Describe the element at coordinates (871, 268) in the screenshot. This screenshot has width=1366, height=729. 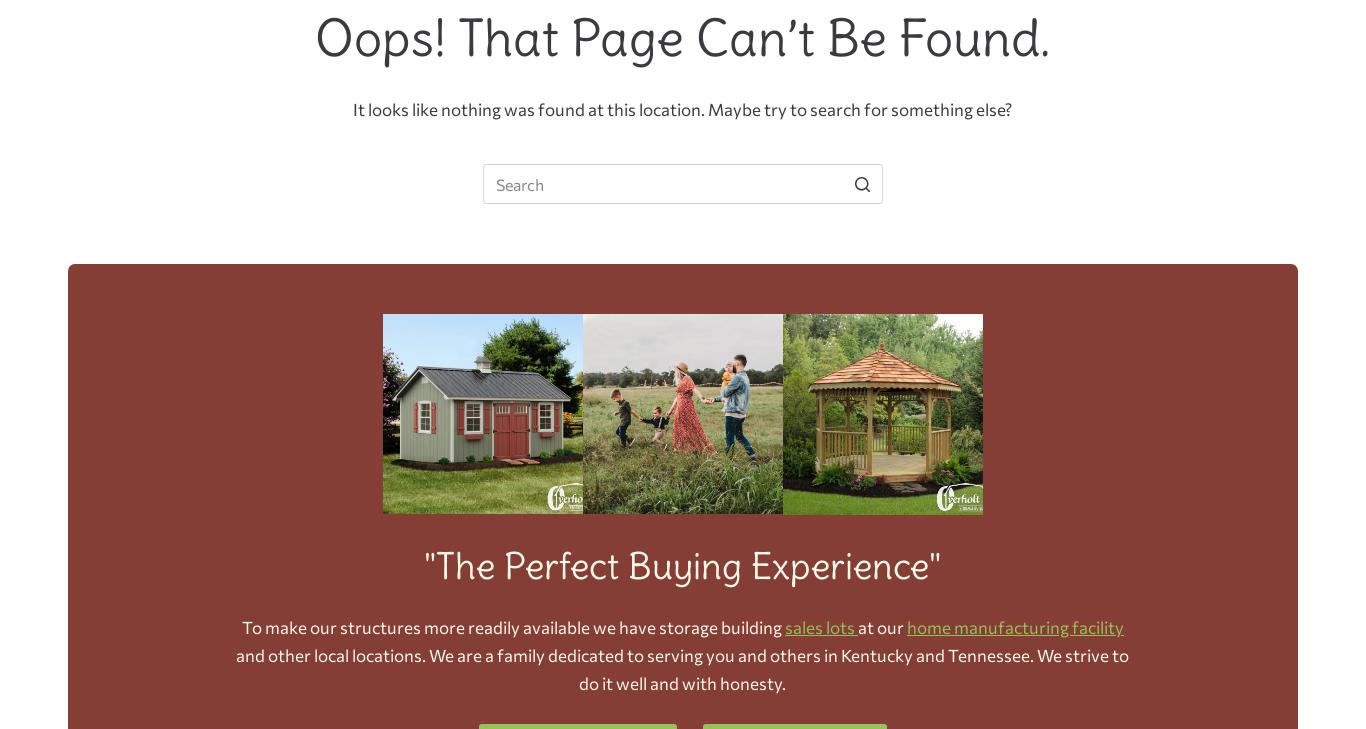
I see `'sales@overholtsheds.biz'` at that location.